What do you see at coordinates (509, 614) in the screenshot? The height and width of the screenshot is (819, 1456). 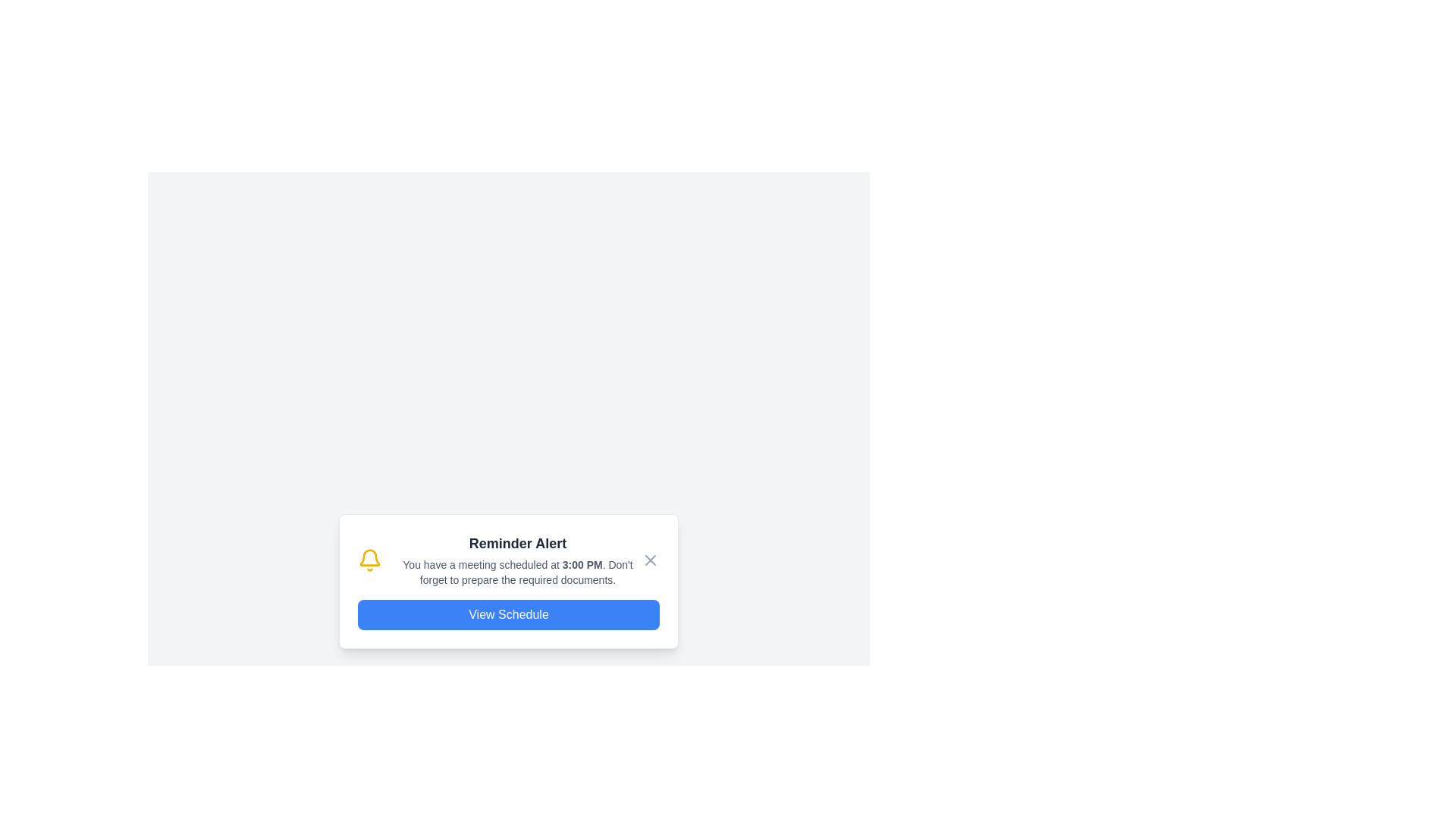 I see `the 'View Schedule' button, which is a rectangular button with rounded corners, blue background, and white text located at the bottom of the notification card titled 'Reminder Alert'` at bounding box center [509, 614].